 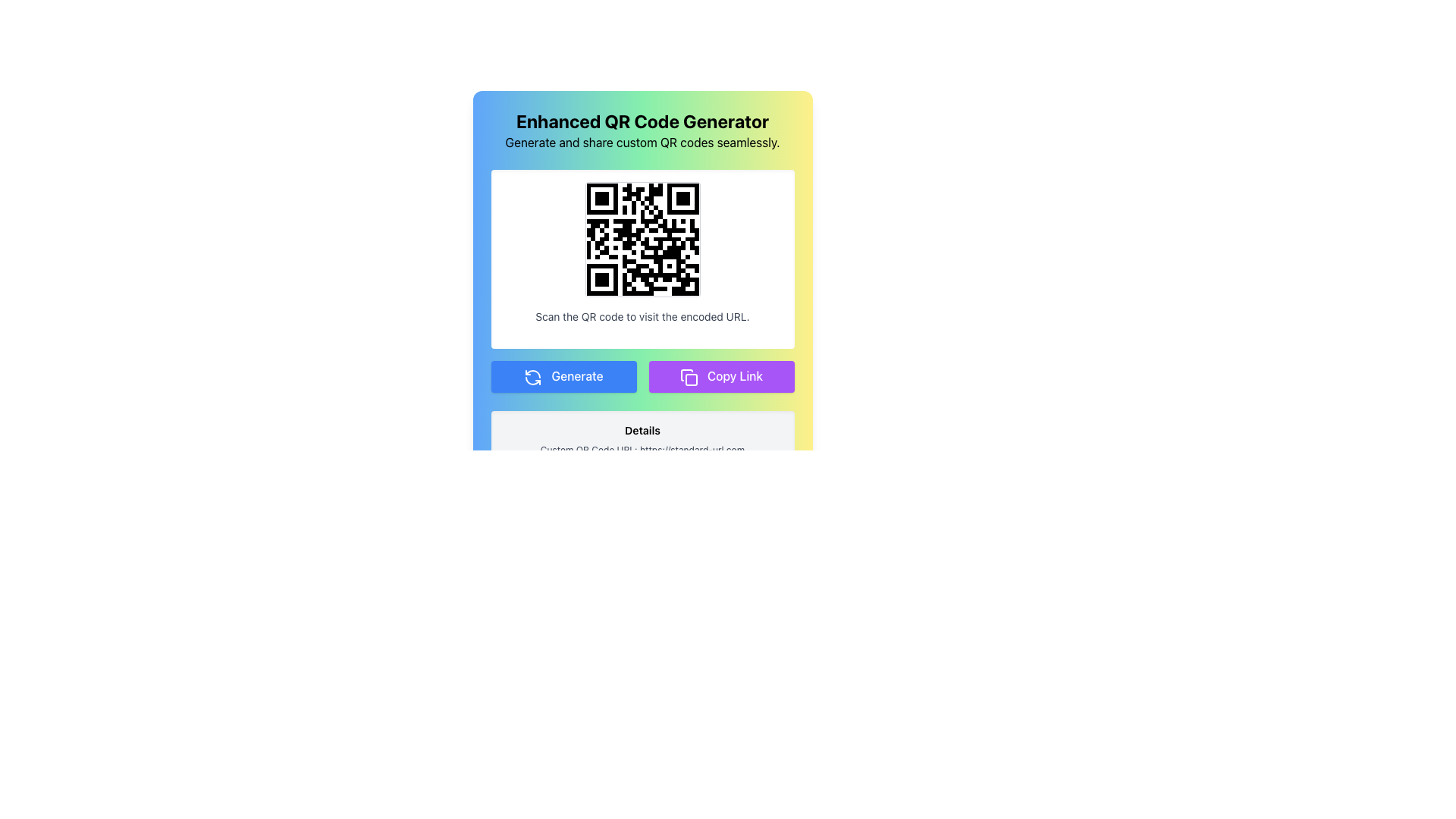 I want to click on text label that displays 'Details' at the top of the QR code section, which is styled in bold and slightly larger font, so click(x=642, y=430).